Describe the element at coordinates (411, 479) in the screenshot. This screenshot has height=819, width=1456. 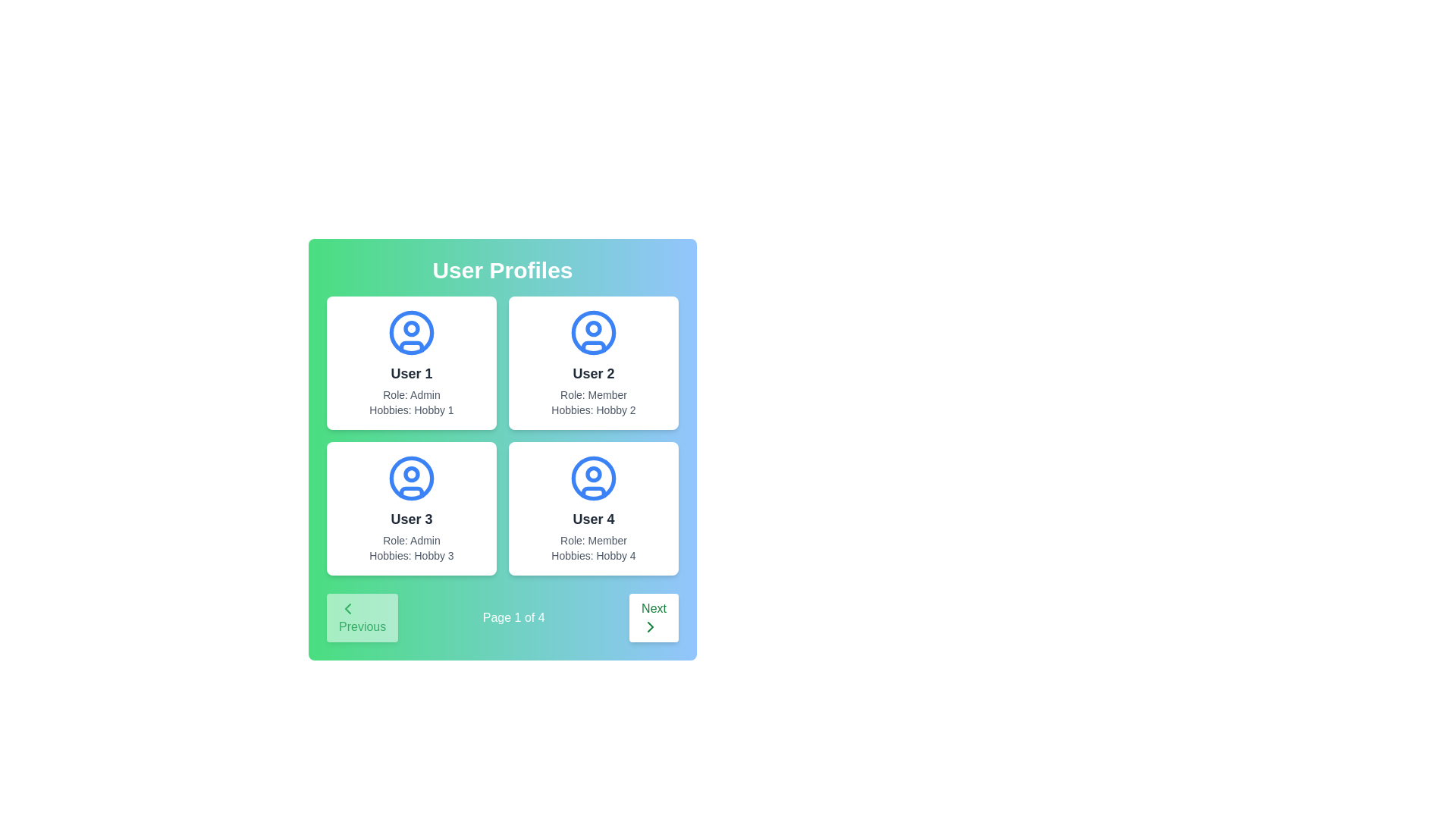
I see `the circular avatar icon of 'User 3' located in the bottom-left corner of the profile card grid` at that location.